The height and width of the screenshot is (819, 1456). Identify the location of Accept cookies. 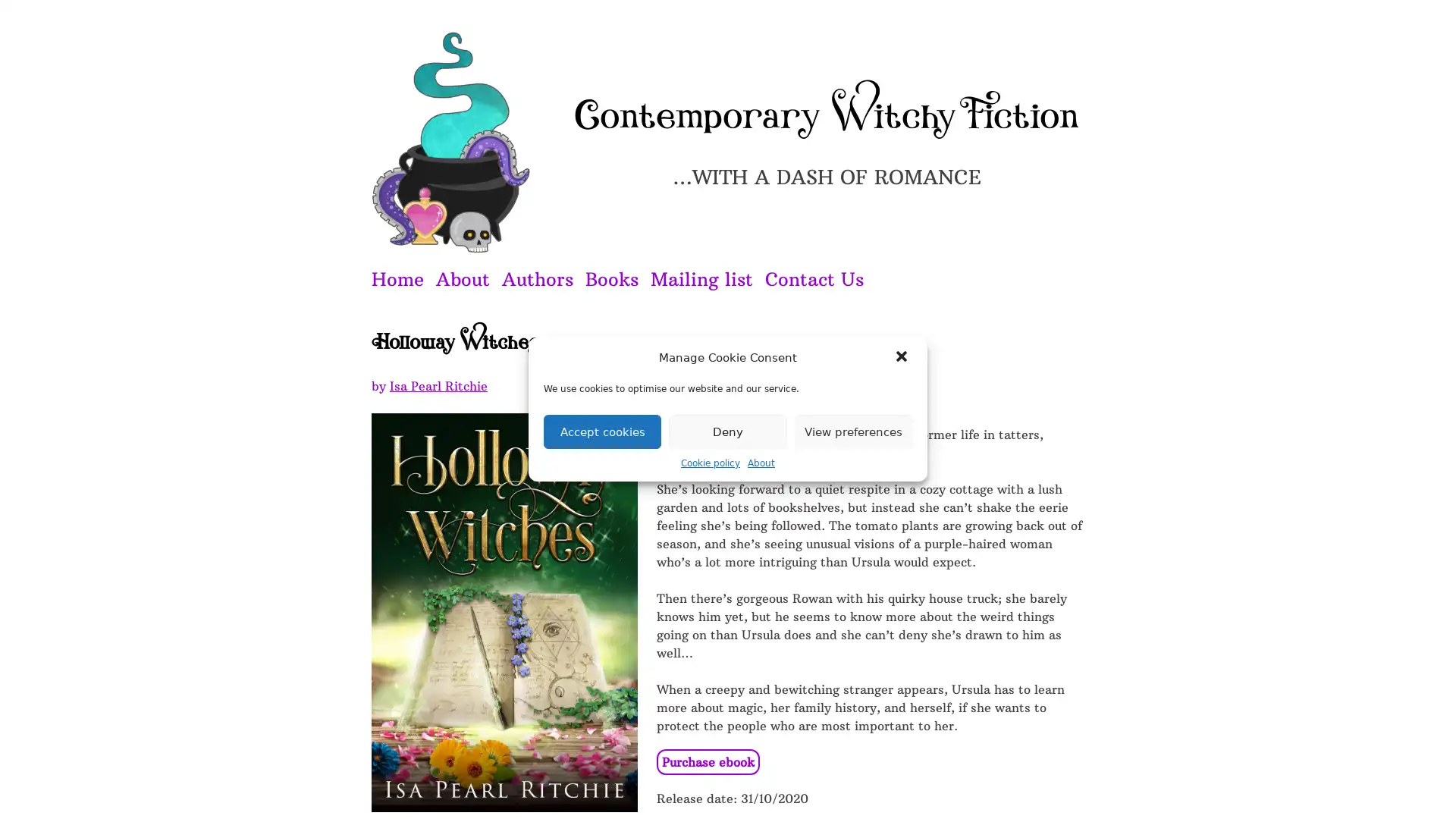
(601, 431).